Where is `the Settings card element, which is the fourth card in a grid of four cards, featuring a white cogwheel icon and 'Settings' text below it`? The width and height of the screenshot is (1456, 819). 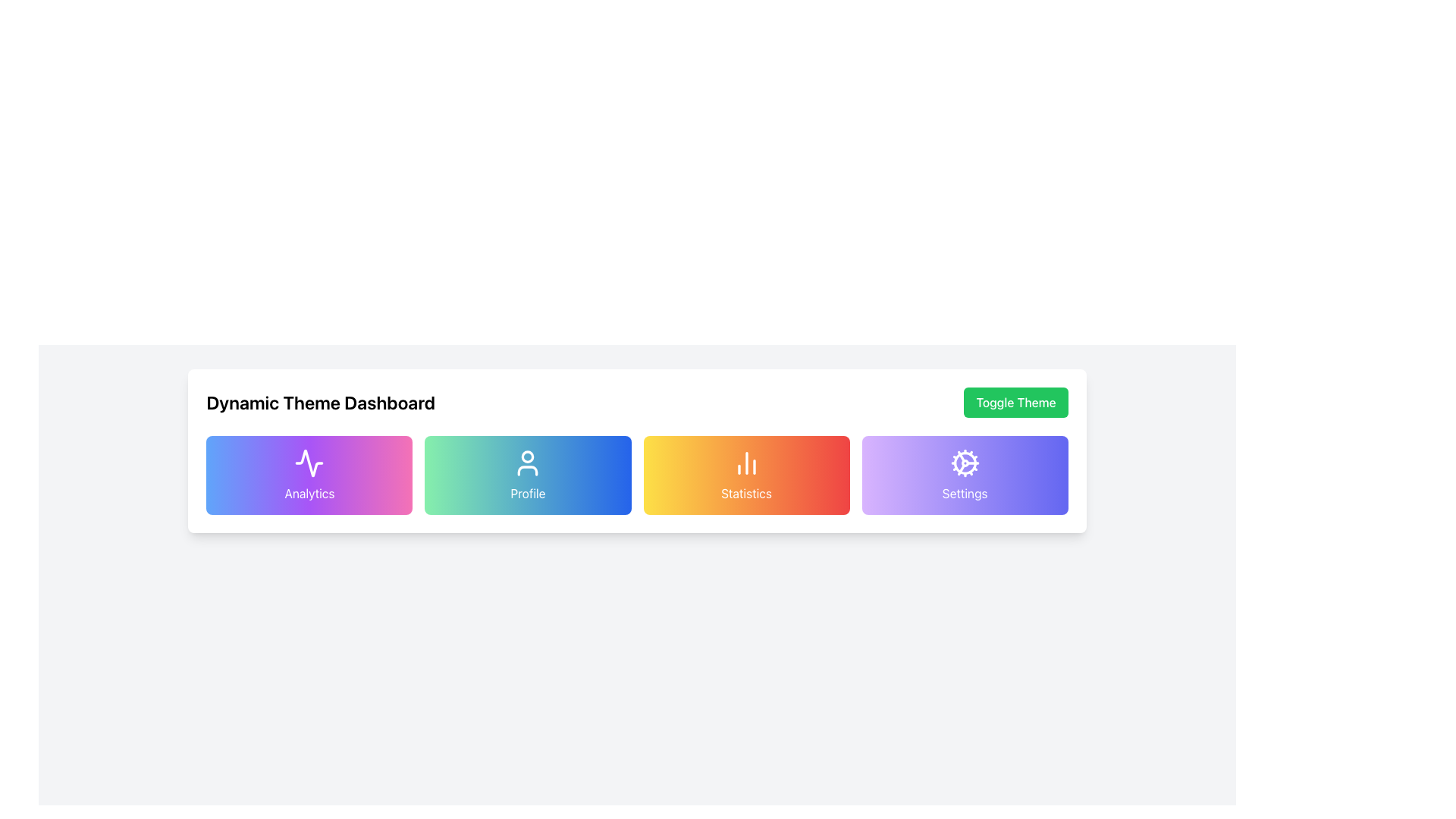 the Settings card element, which is the fourth card in a grid of four cards, featuring a white cogwheel icon and 'Settings' text below it is located at coordinates (964, 475).